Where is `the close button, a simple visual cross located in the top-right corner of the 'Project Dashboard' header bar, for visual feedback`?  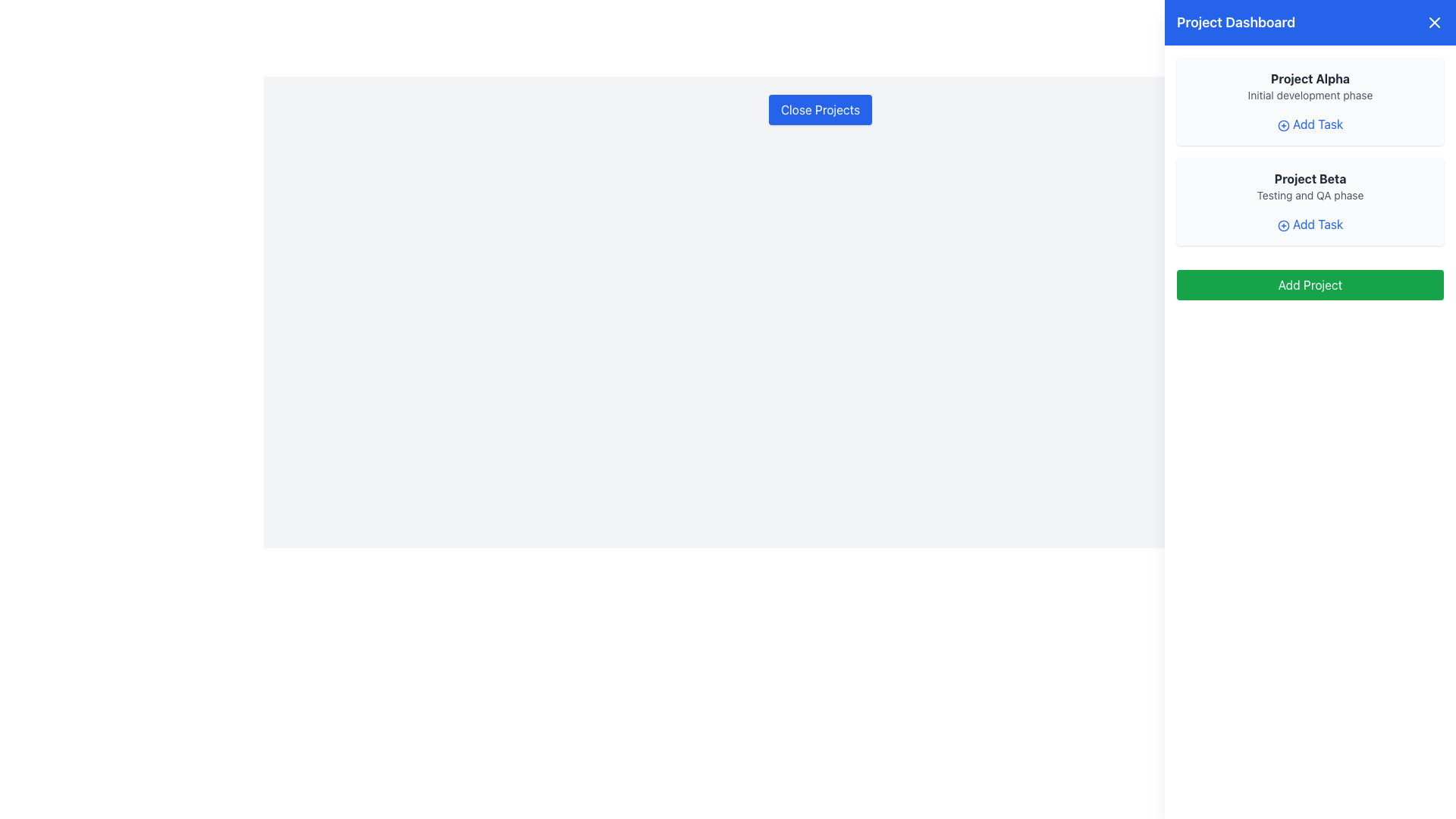 the close button, a simple visual cross located in the top-right corner of the 'Project Dashboard' header bar, for visual feedback is located at coordinates (1433, 23).